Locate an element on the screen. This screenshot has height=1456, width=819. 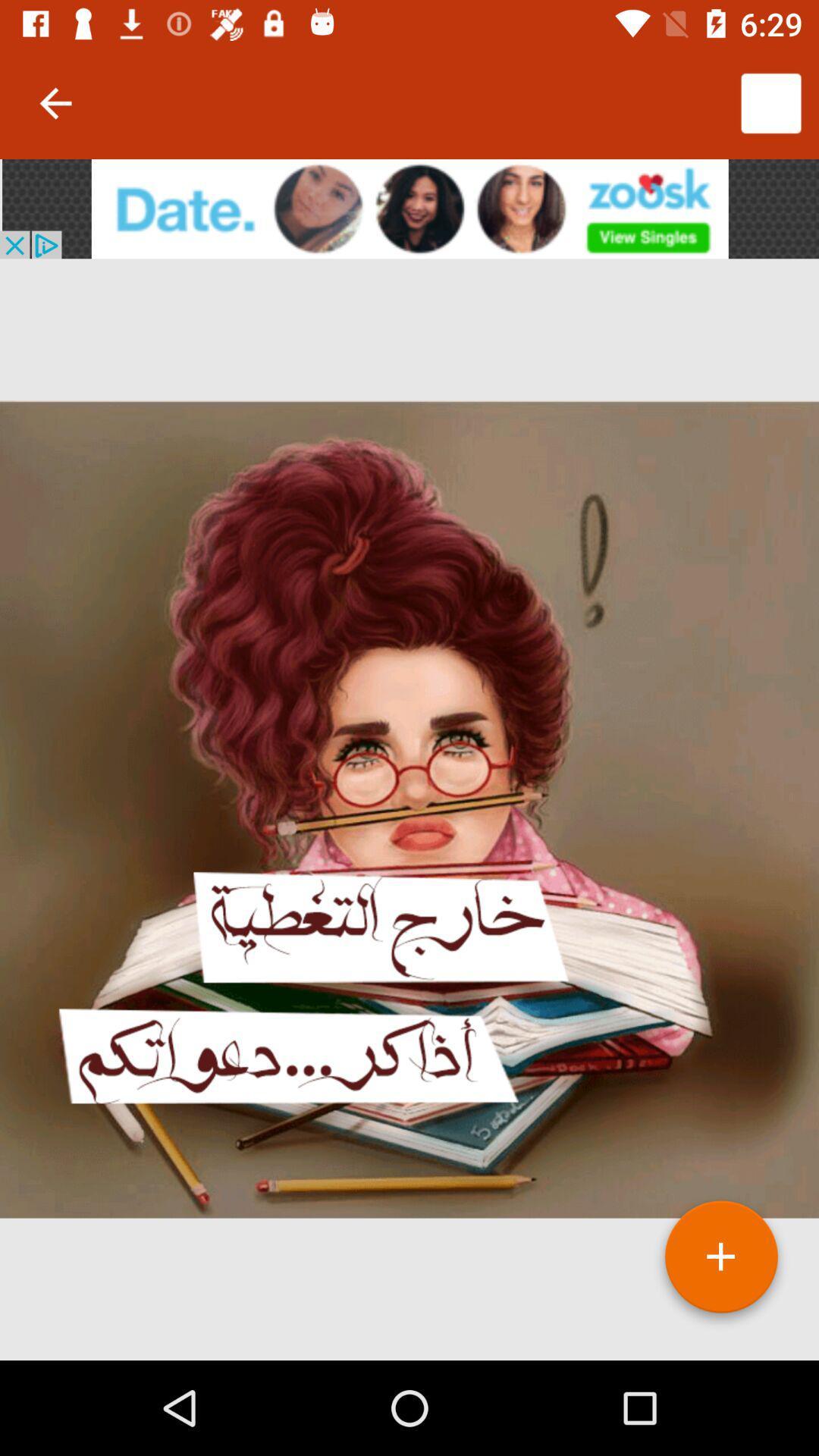
the add icon is located at coordinates (720, 1263).